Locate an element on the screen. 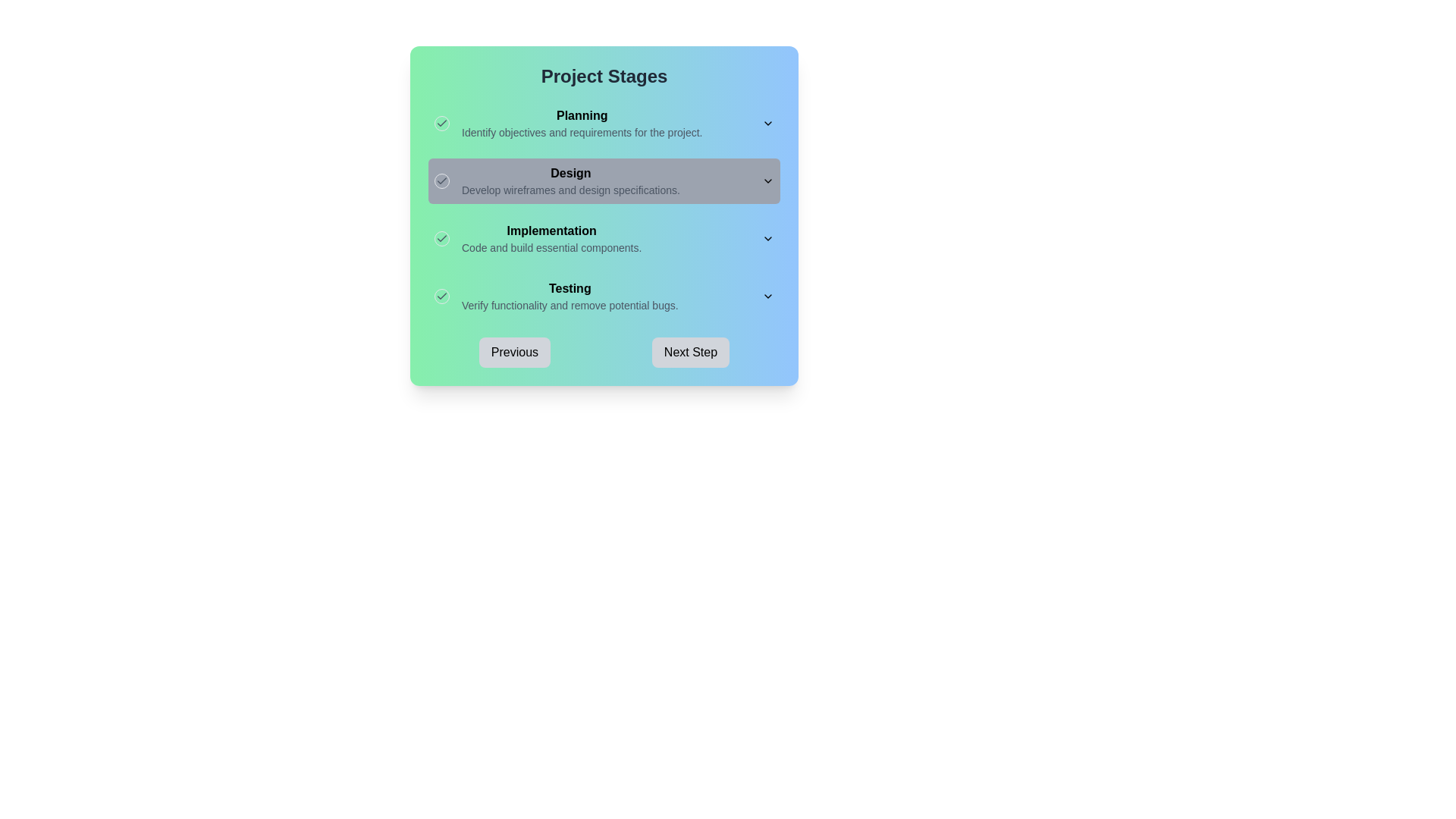 Image resolution: width=1456 pixels, height=819 pixels. descriptive text of the 'Testing' label which indicates it is a title and provides a description about verifying functionality and removing potential bugs is located at coordinates (569, 296).